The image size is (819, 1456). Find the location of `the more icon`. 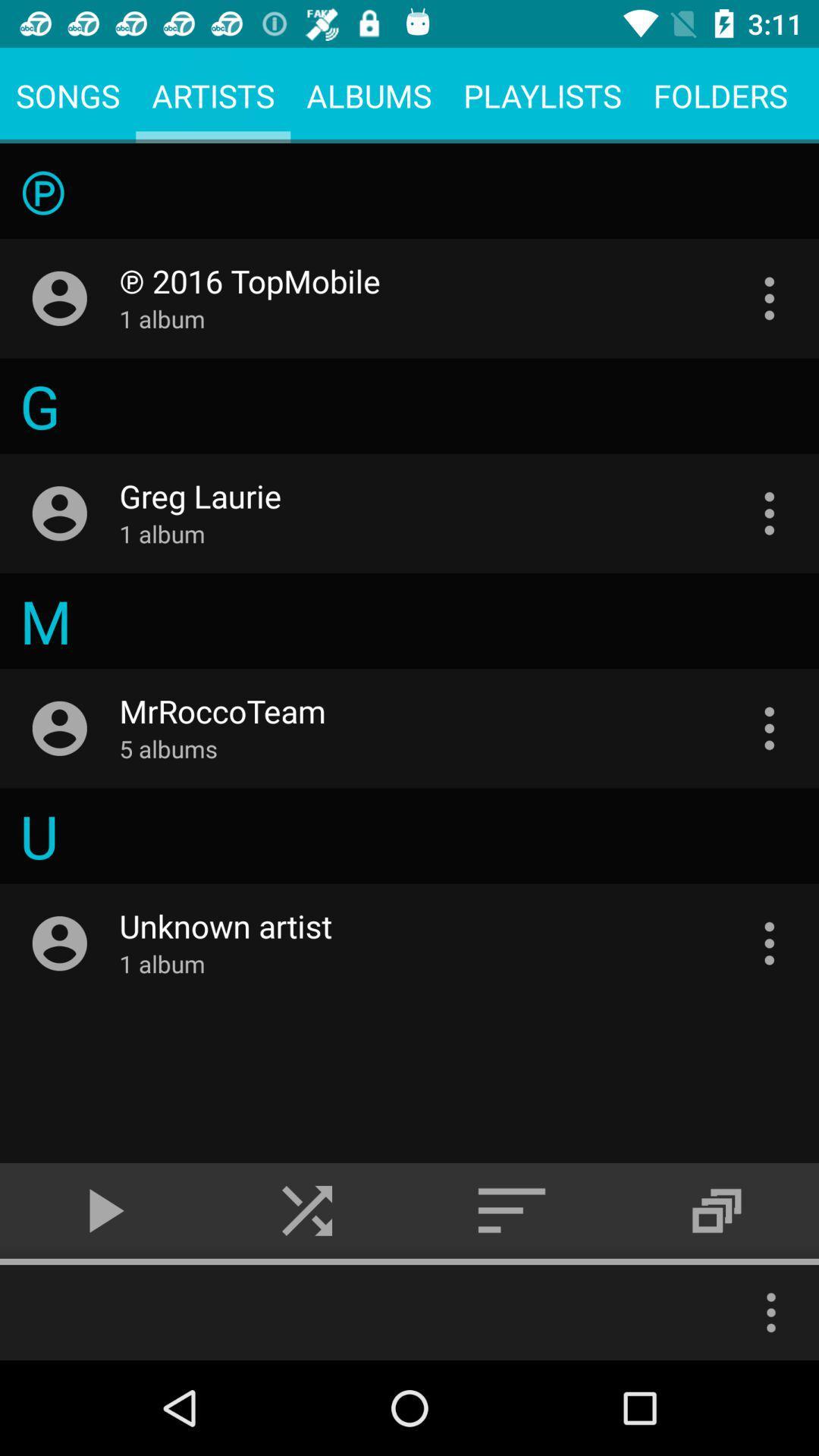

the more icon is located at coordinates (771, 1312).